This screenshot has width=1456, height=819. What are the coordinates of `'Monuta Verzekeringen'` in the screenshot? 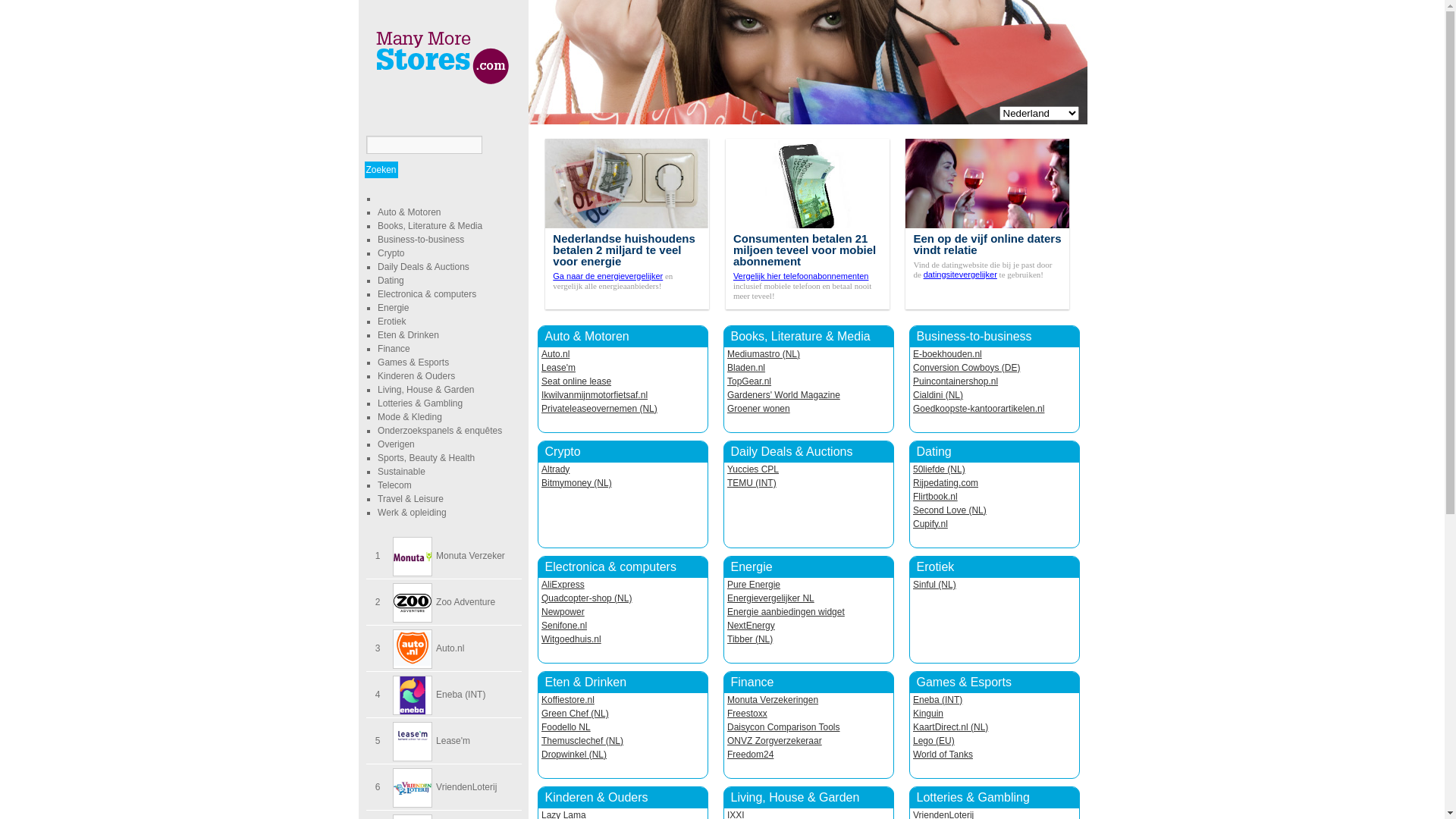 It's located at (772, 699).